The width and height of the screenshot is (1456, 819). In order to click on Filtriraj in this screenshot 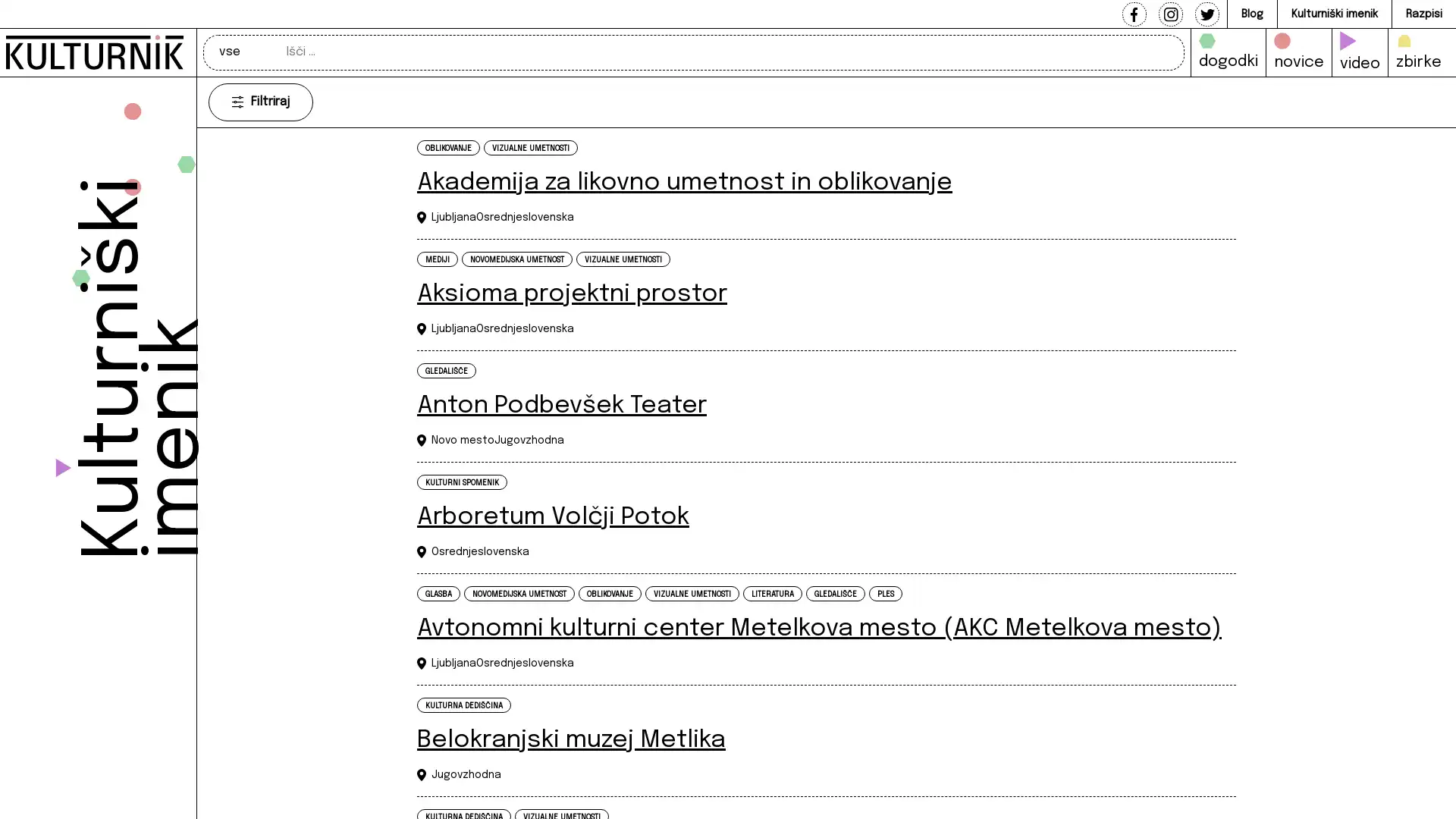, I will do `click(261, 102)`.